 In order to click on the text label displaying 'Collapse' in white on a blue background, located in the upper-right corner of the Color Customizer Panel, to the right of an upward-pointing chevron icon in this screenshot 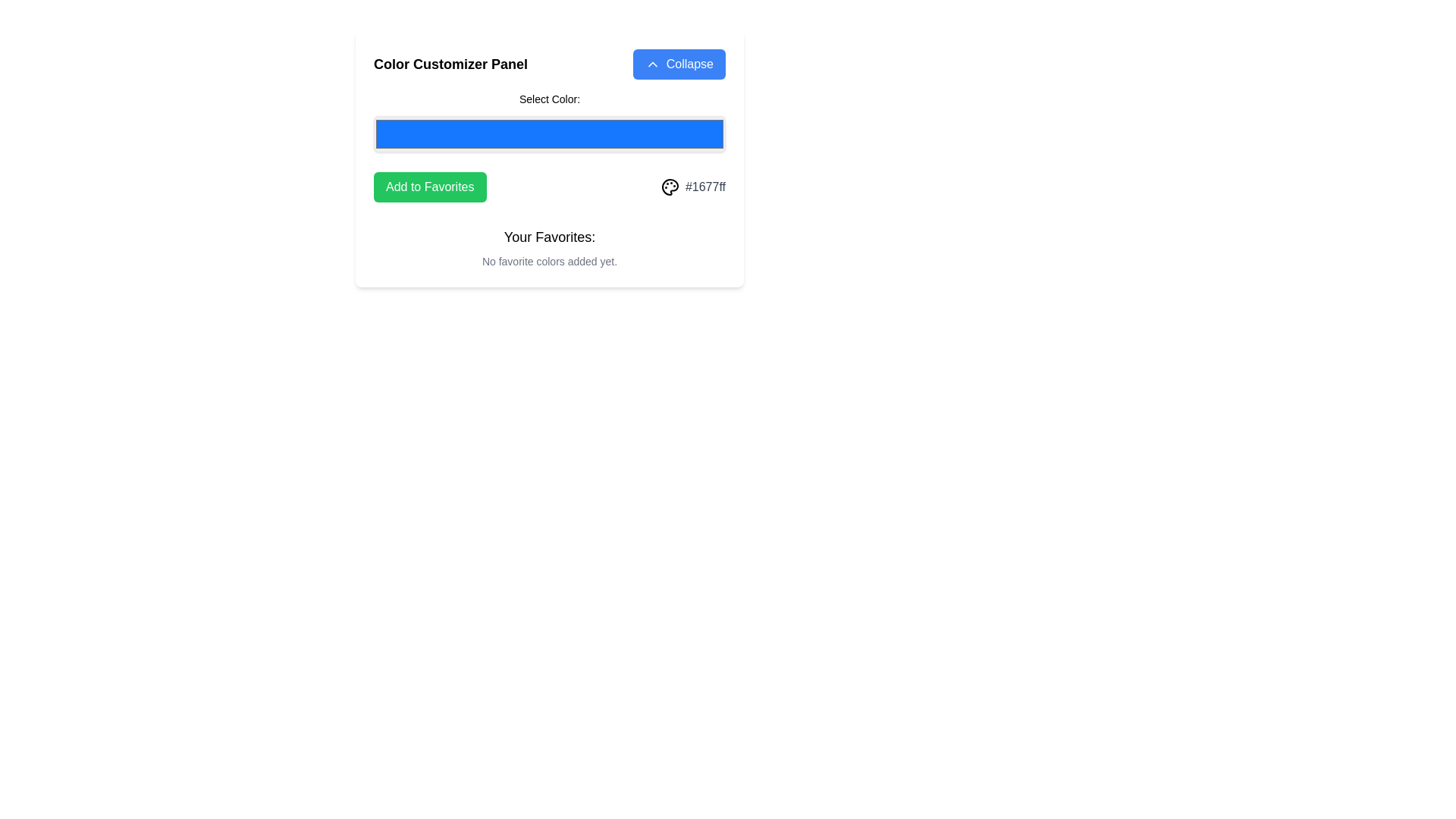, I will do `click(689, 63)`.